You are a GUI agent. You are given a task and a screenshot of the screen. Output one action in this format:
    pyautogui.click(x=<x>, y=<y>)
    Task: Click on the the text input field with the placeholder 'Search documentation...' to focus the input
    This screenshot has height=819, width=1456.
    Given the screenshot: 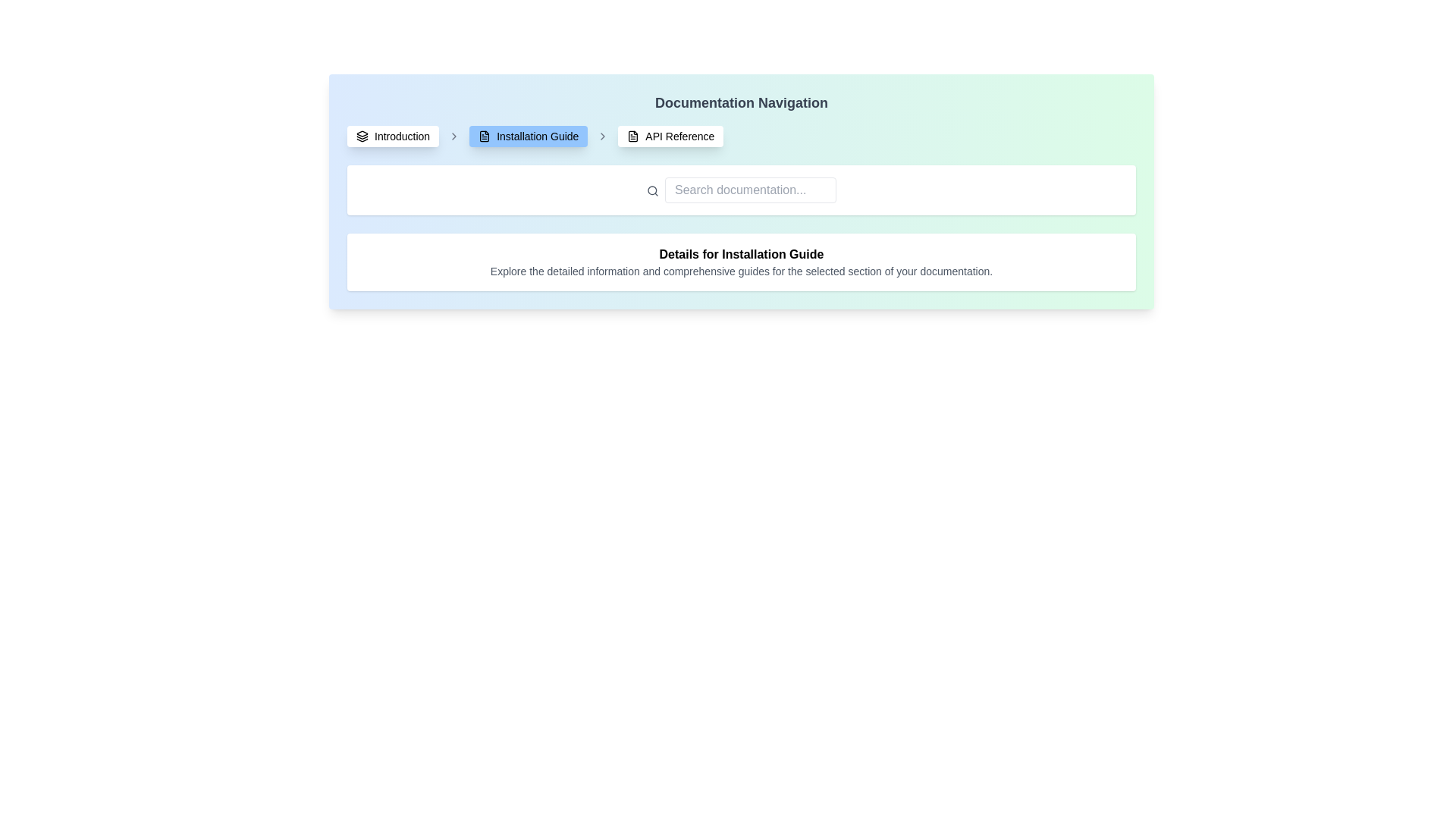 What is the action you would take?
    pyautogui.click(x=750, y=189)
    